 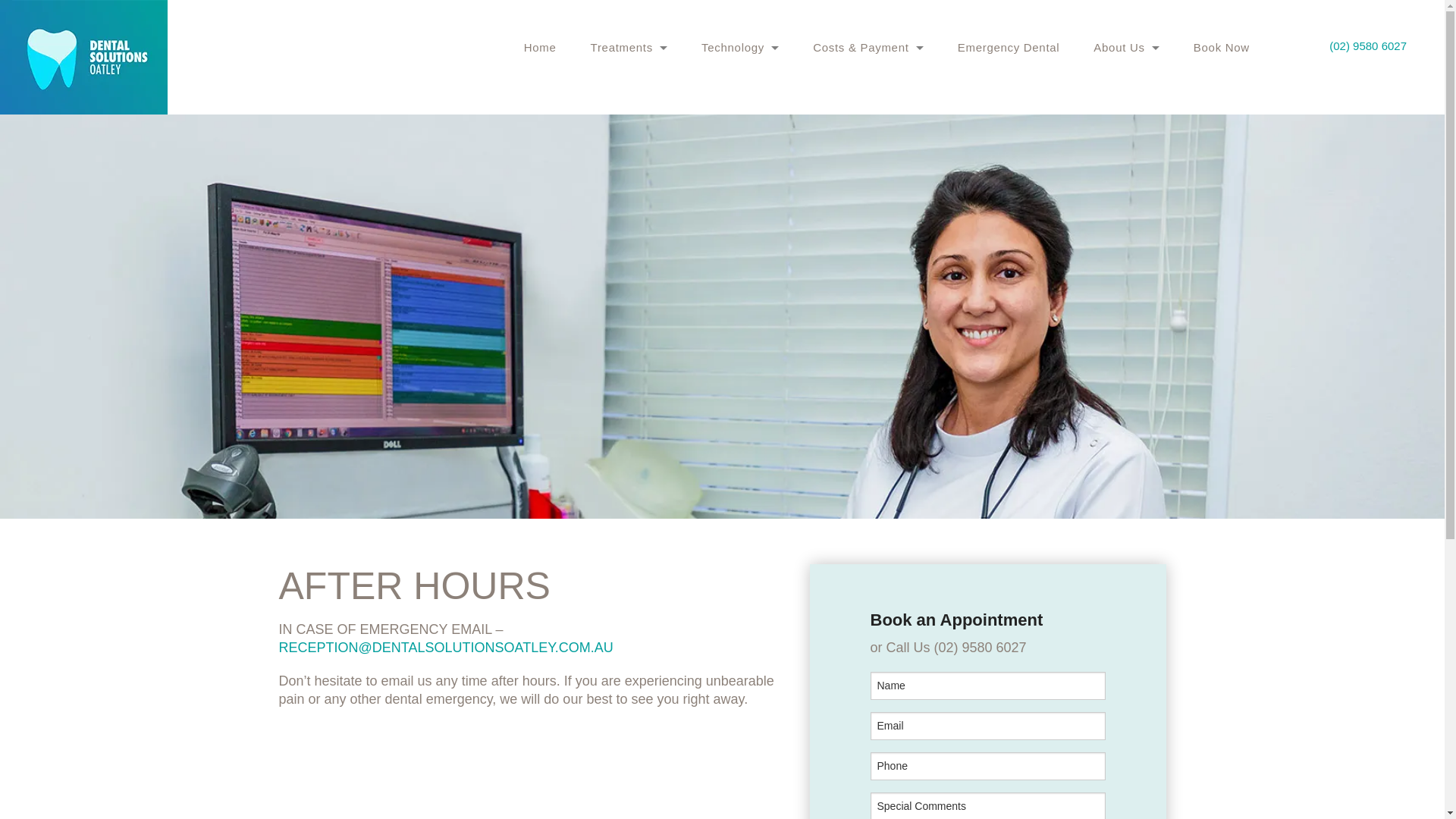 What do you see at coordinates (540, 46) in the screenshot?
I see `'Home'` at bounding box center [540, 46].